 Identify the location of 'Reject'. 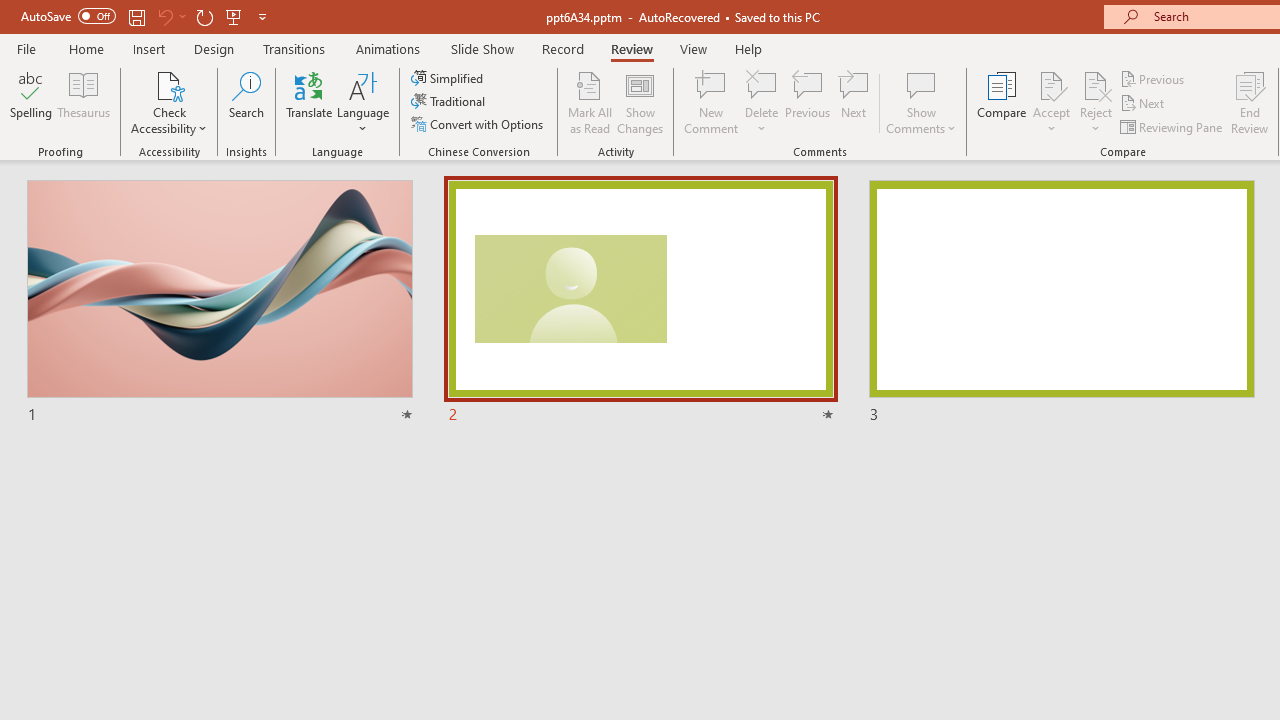
(1095, 103).